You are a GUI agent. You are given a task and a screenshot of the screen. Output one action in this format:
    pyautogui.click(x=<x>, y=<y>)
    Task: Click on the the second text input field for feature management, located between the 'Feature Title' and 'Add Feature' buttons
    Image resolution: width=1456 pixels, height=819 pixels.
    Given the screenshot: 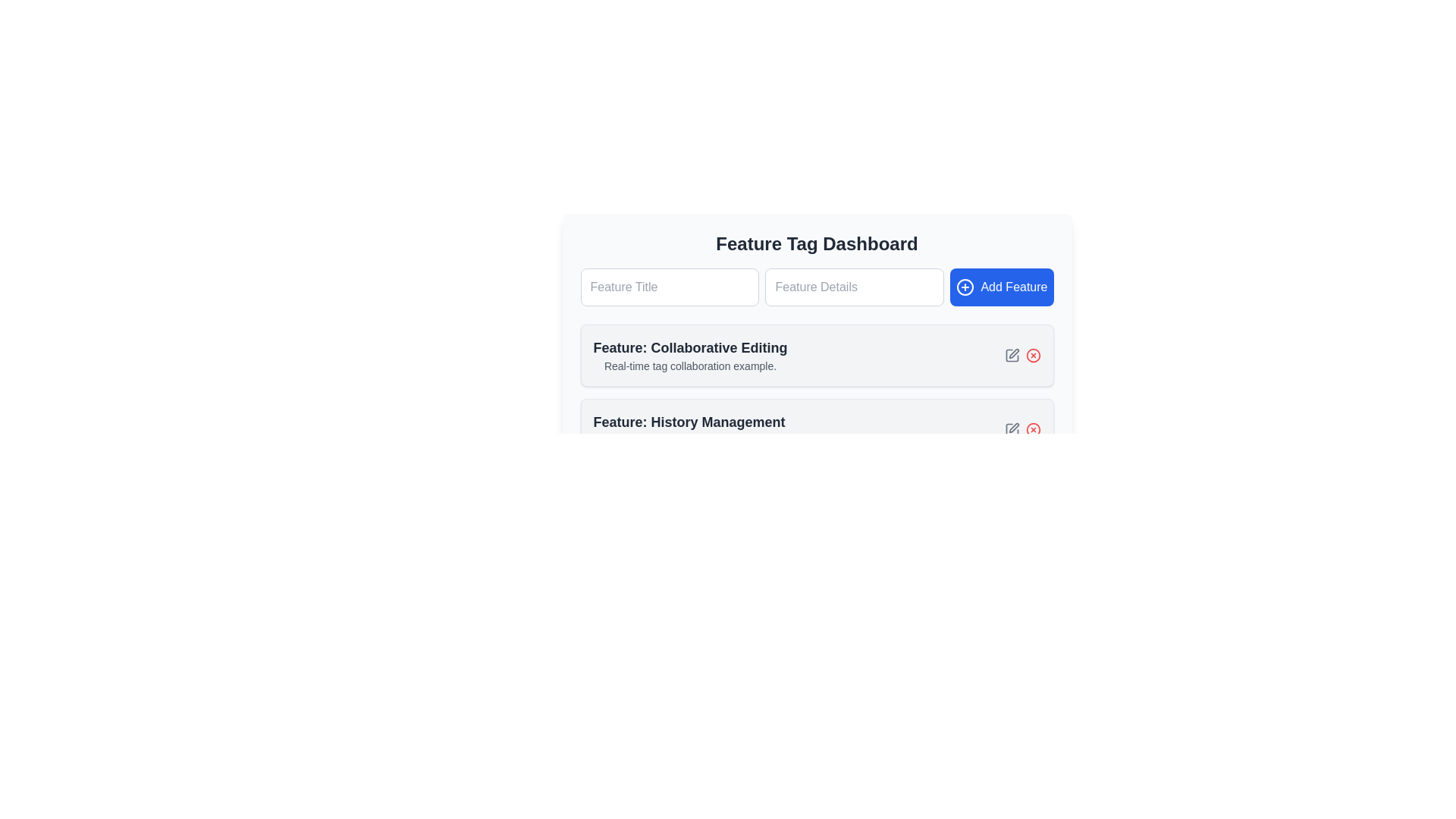 What is the action you would take?
    pyautogui.click(x=855, y=287)
    